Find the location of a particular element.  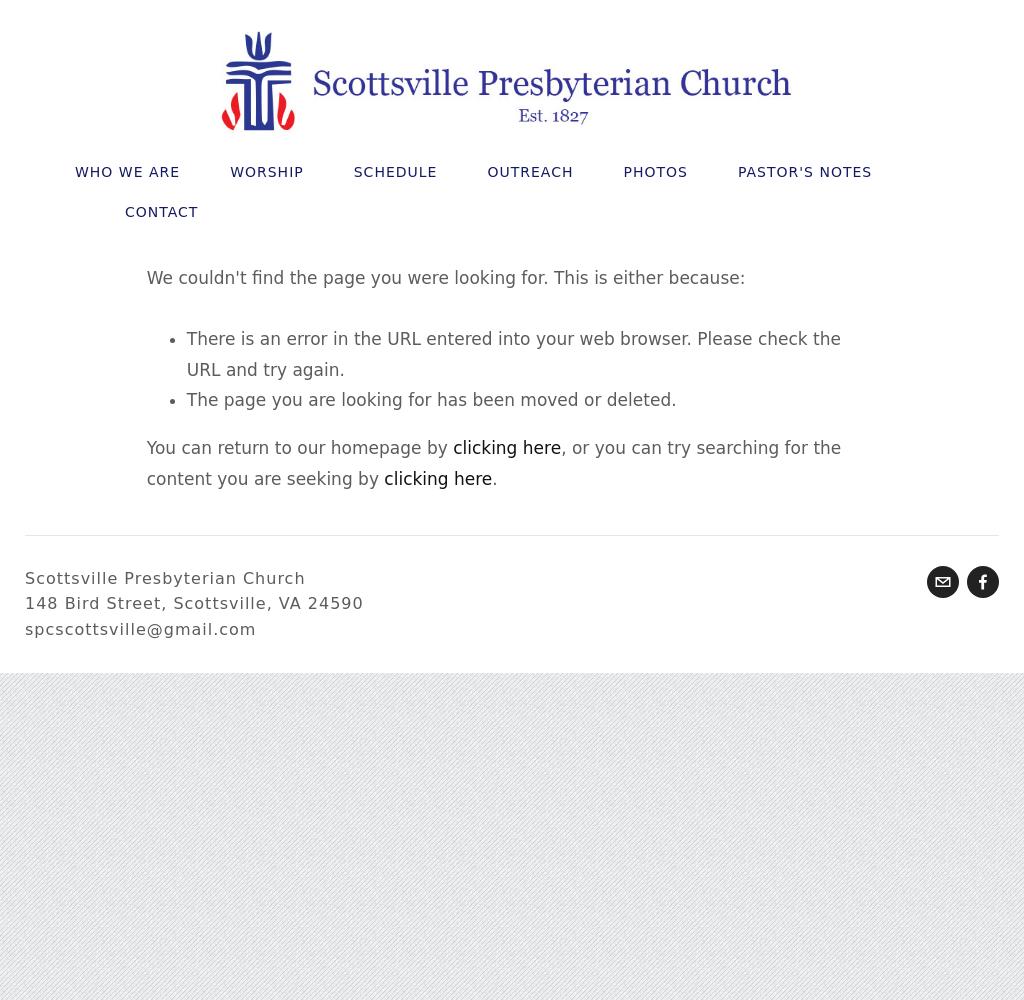

'Photos' is located at coordinates (653, 172).